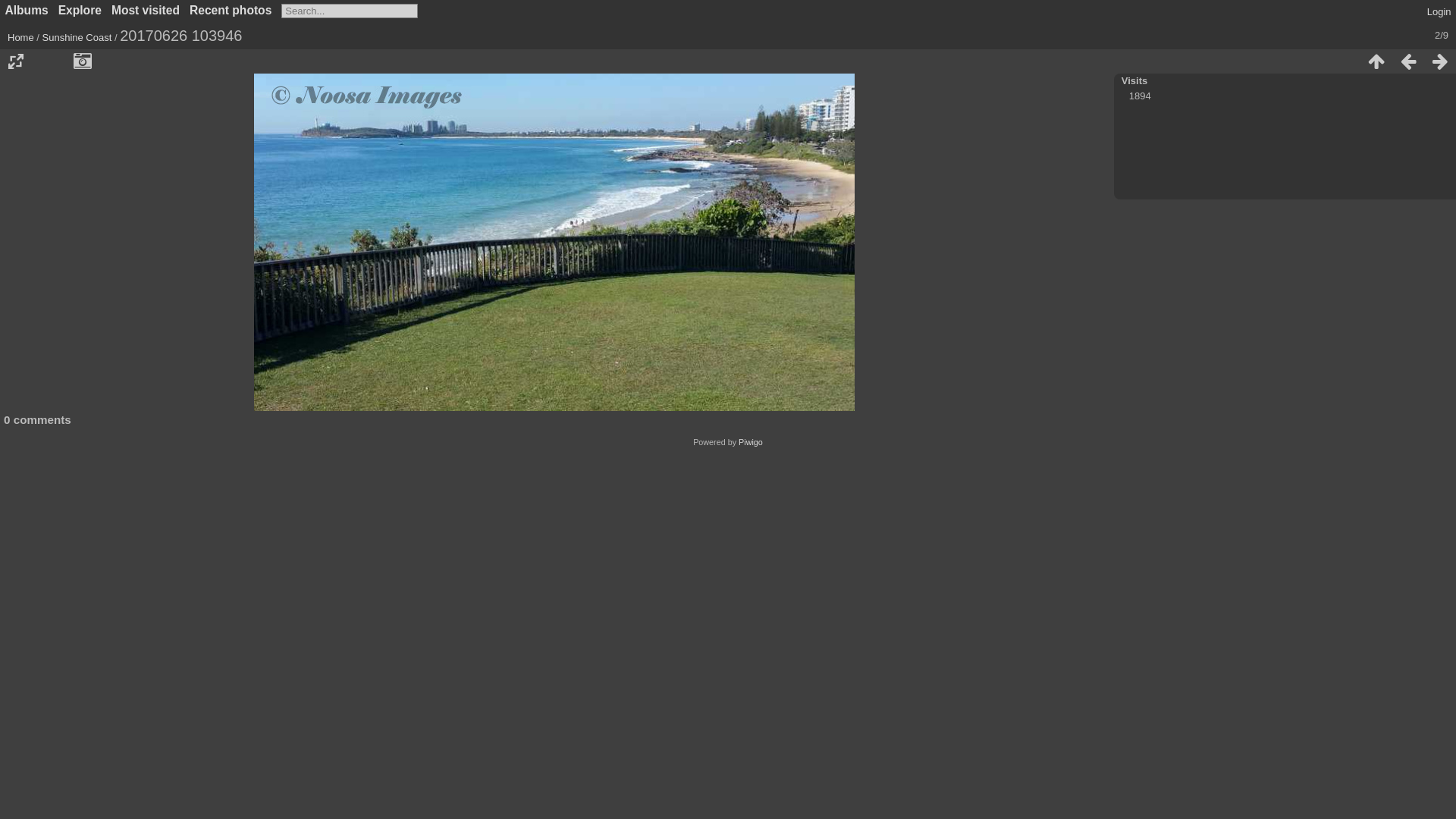 This screenshot has height=819, width=1456. I want to click on 'Most visited', so click(146, 10).